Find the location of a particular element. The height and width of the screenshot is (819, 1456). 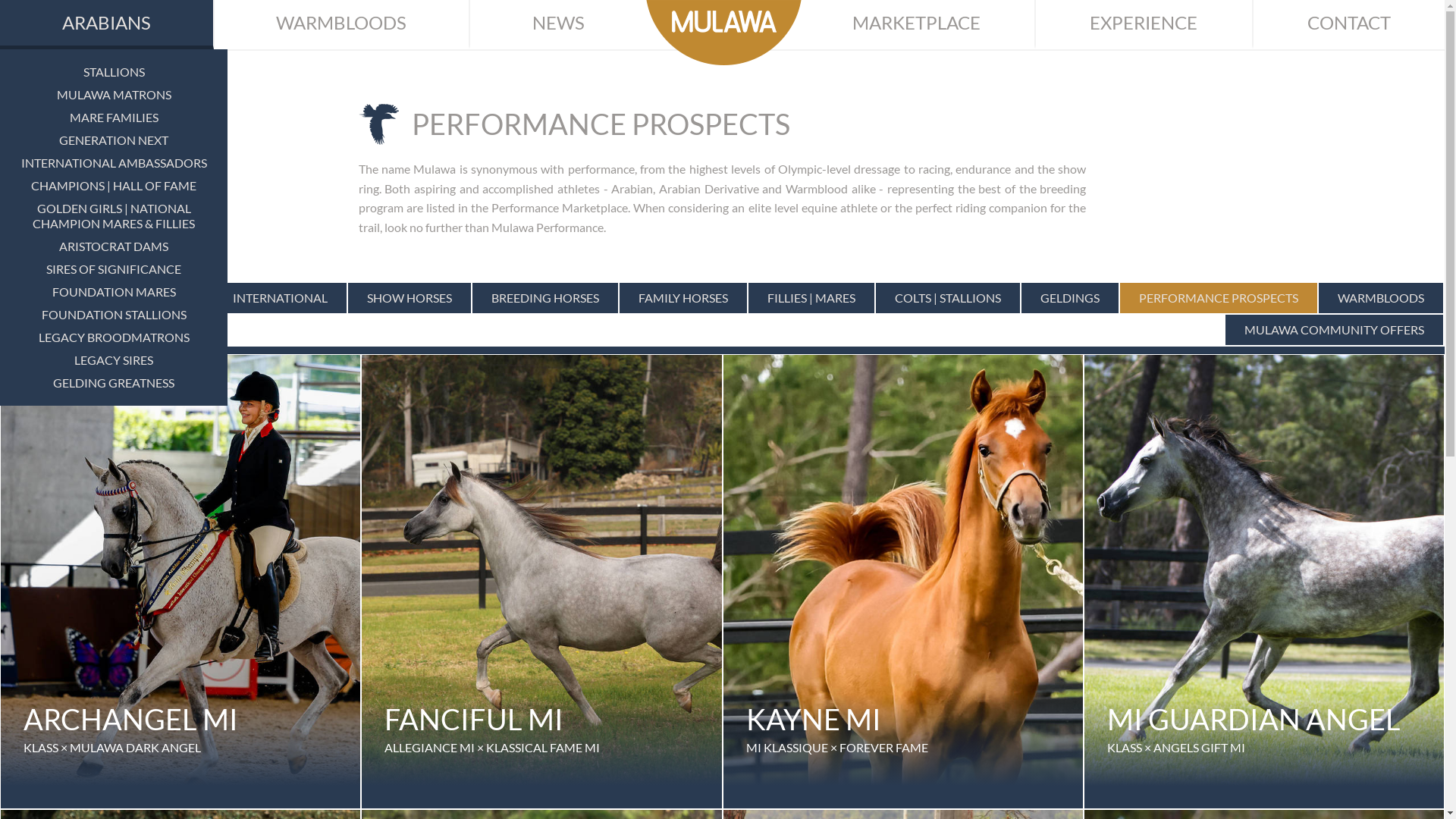

'SIRES OF SIGNIFICANCE' is located at coordinates (112, 268).